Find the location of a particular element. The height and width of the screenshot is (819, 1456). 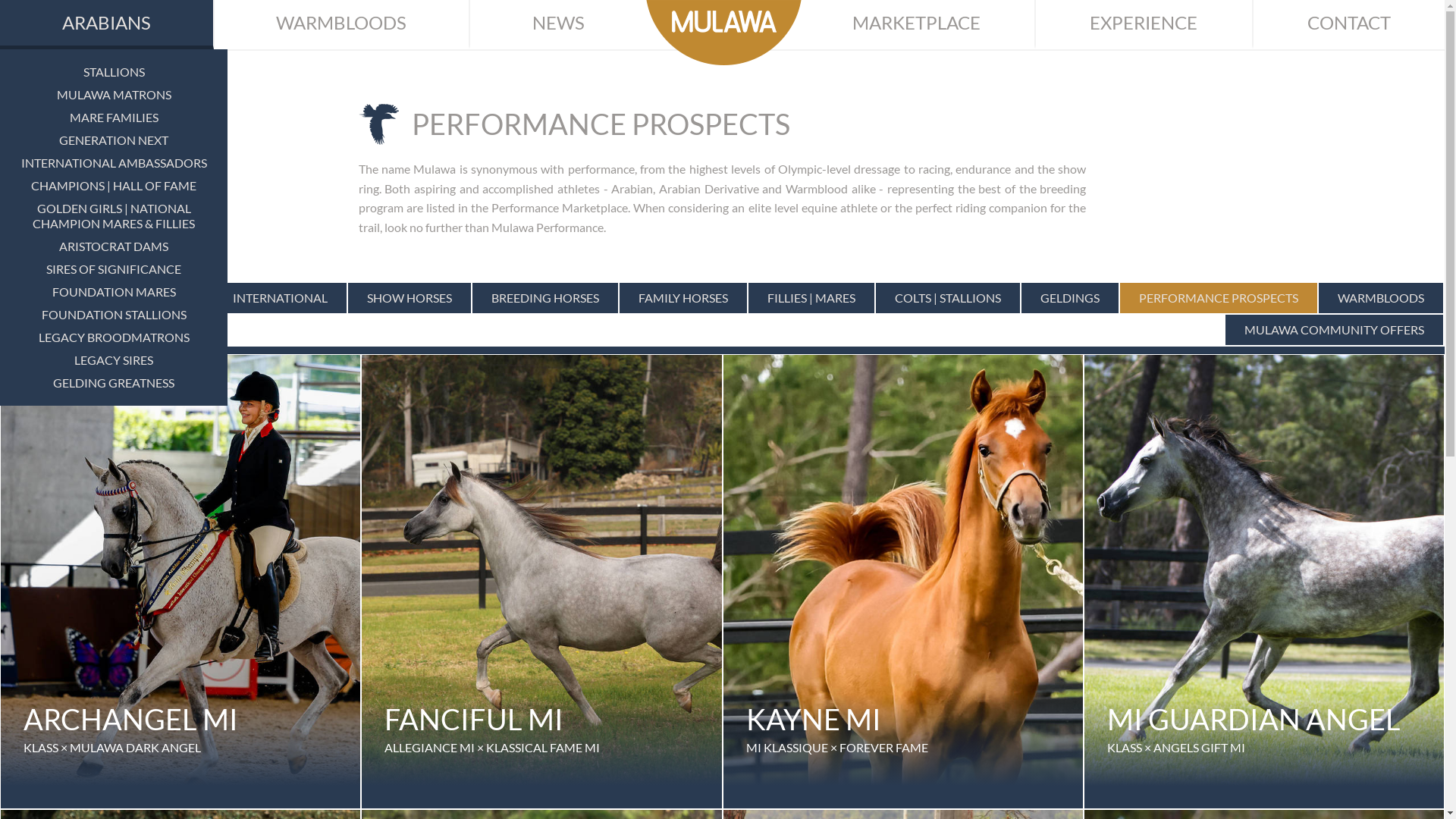

'SIRES OF SIGNIFICANCE' is located at coordinates (112, 268).